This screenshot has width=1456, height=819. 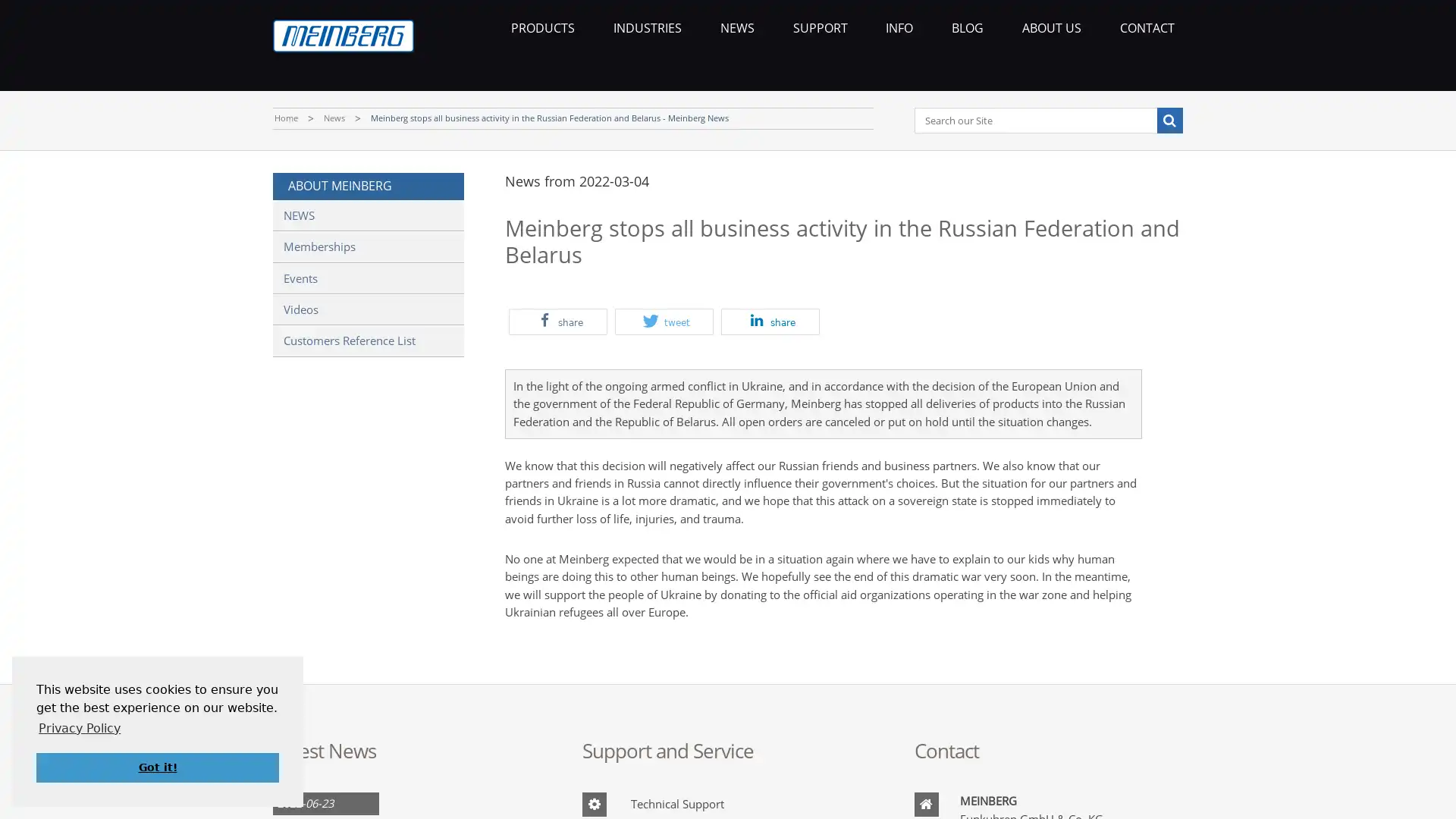 What do you see at coordinates (79, 727) in the screenshot?
I see `learn more about cookies` at bounding box center [79, 727].